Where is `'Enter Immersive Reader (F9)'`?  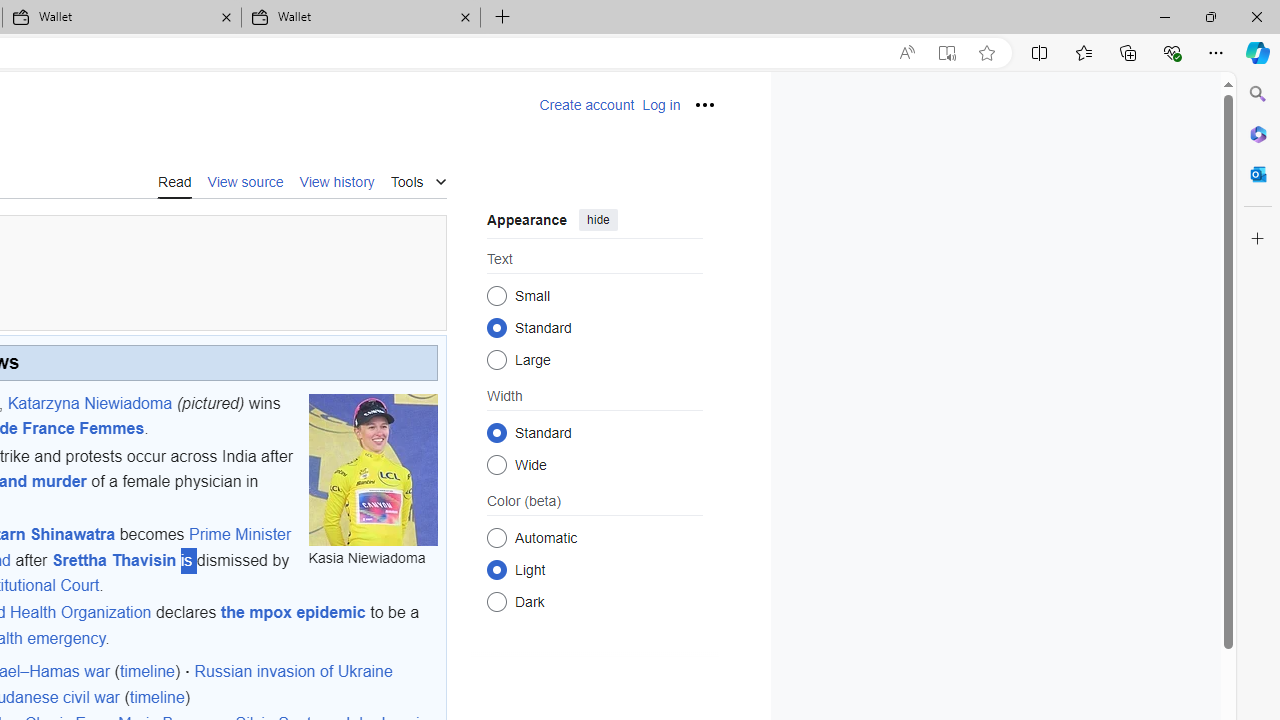
'Enter Immersive Reader (F9)' is located at coordinates (945, 52).